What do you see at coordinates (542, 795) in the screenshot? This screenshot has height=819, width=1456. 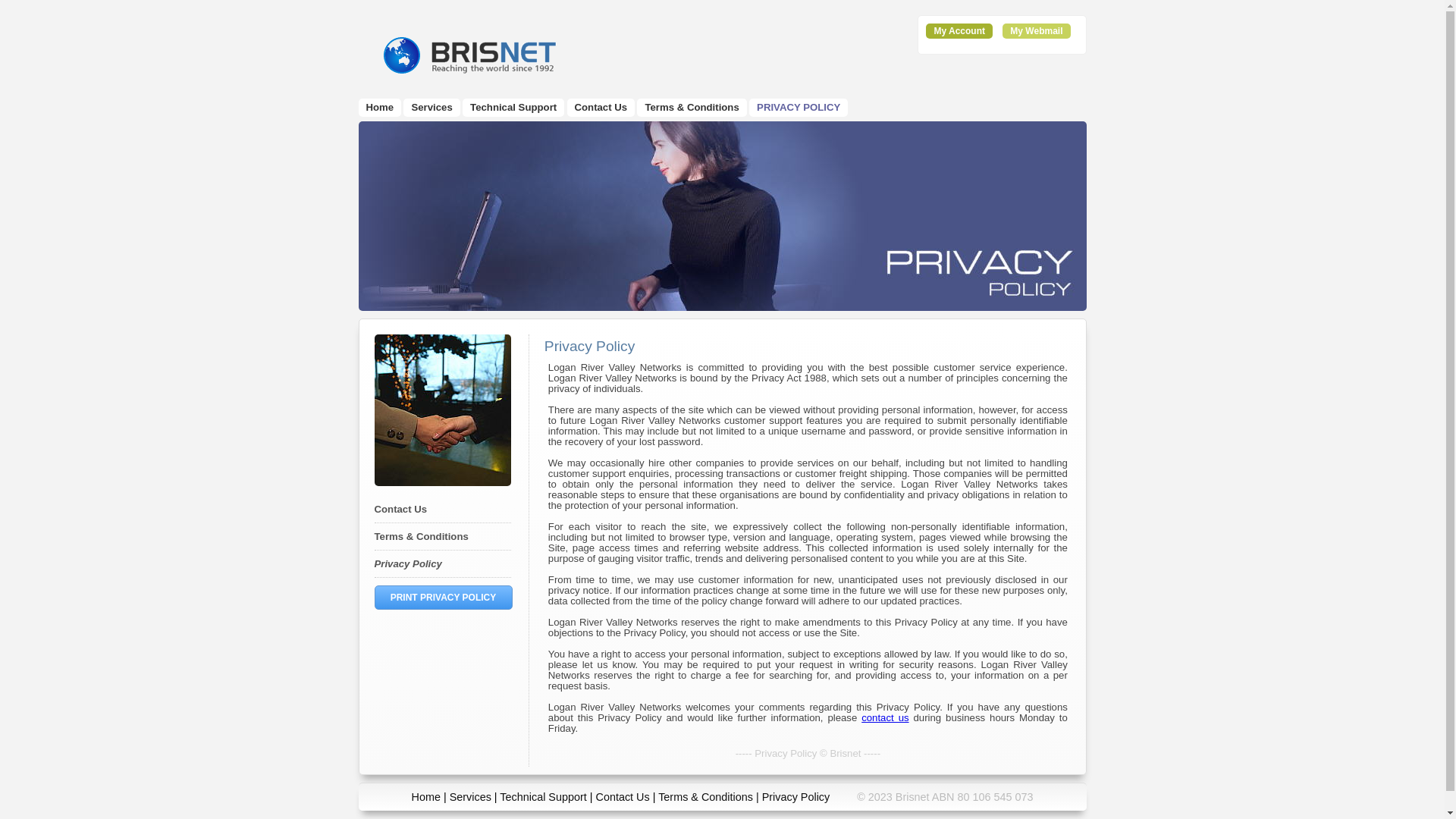 I see `'Technical Support'` at bounding box center [542, 795].